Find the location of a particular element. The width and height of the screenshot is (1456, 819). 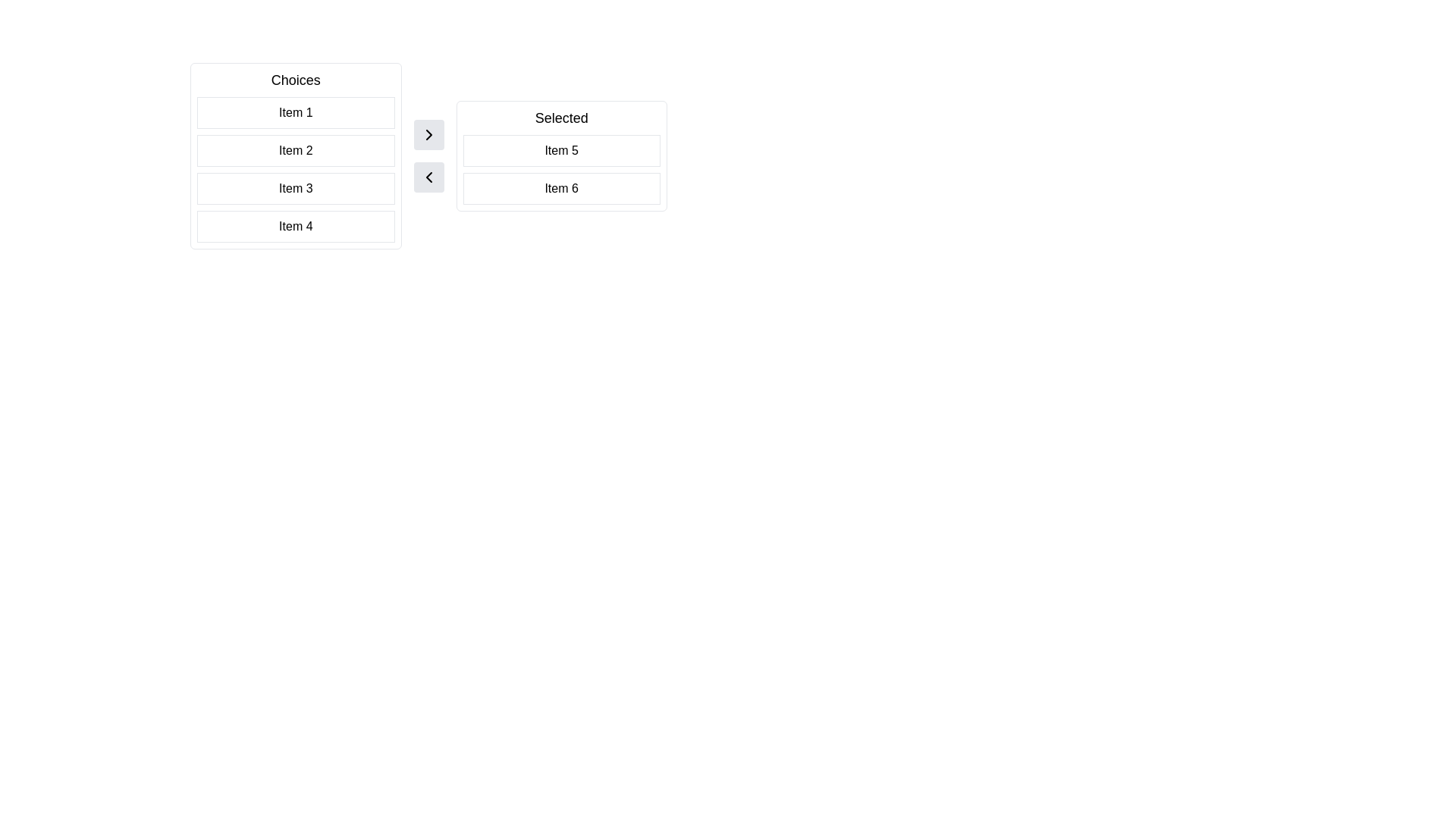

the rightward-pointing arrow icon, which is a clean, minimalistic button located between the 'Choices' and 'Selected' lists is located at coordinates (428, 133).